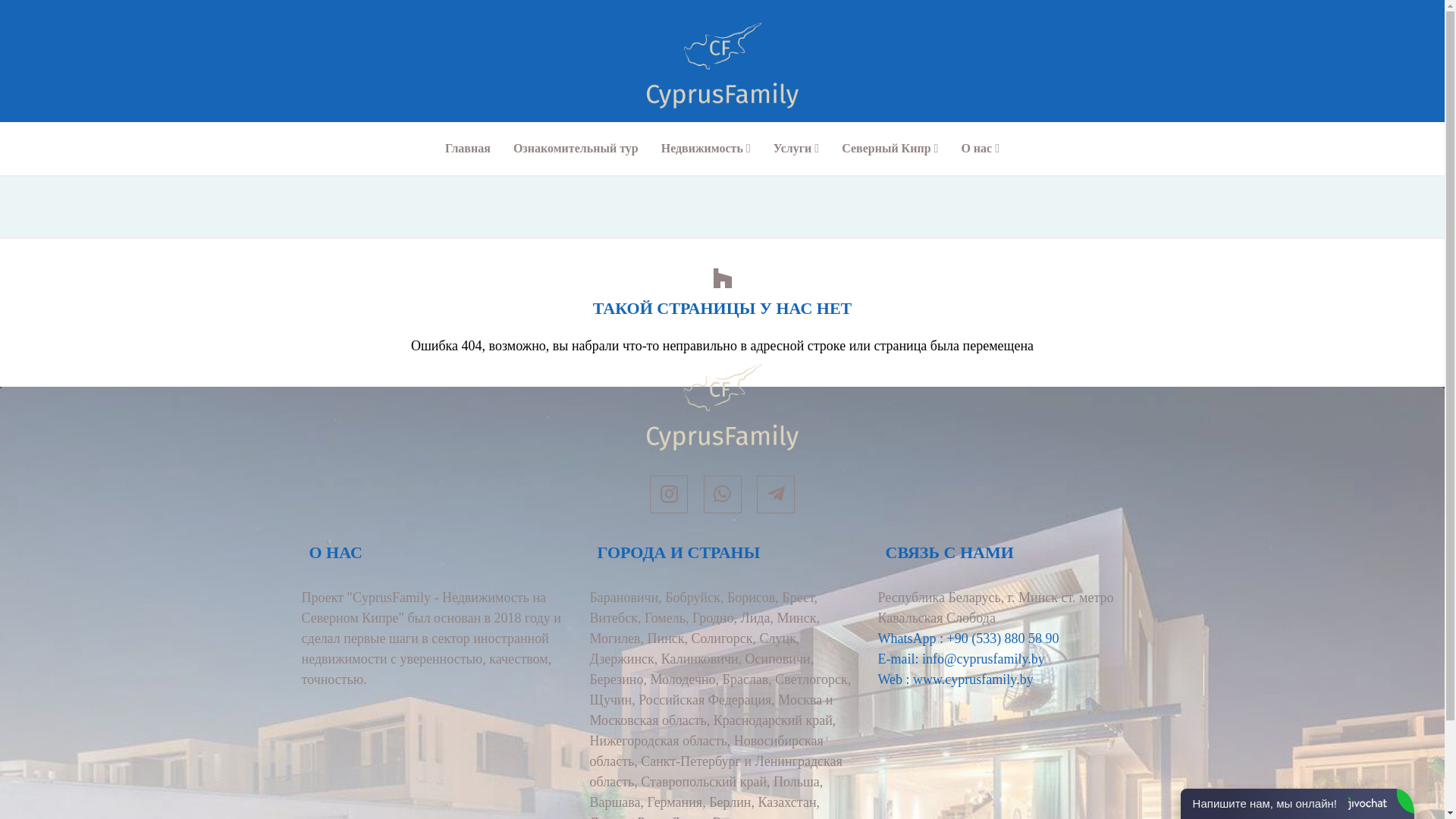 The image size is (1456, 819). I want to click on 'Web : www.cyprusfamily.by', so click(877, 678).